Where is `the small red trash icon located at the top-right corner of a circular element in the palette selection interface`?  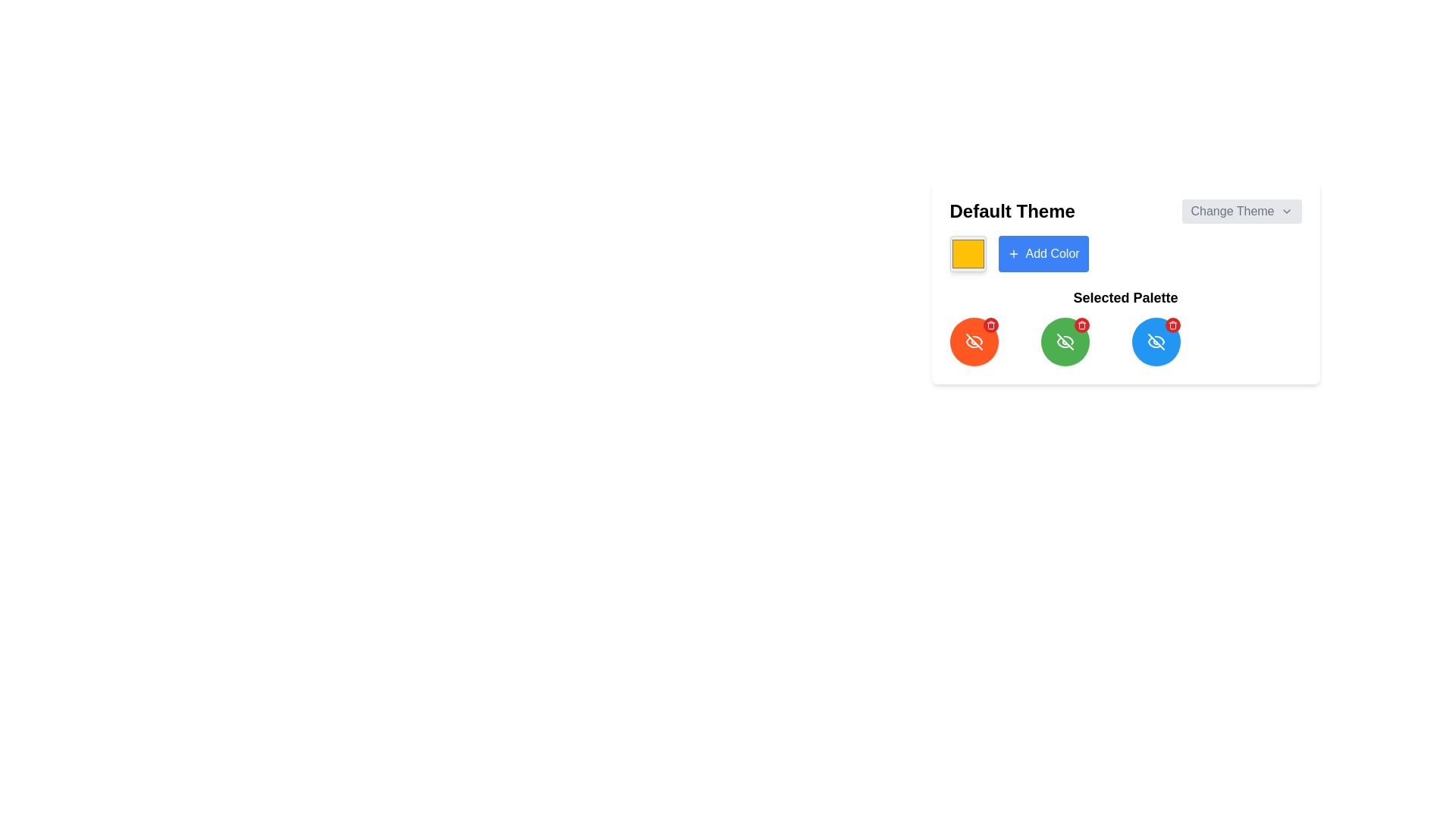 the small red trash icon located at the top-right corner of a circular element in the palette selection interface is located at coordinates (1081, 324).